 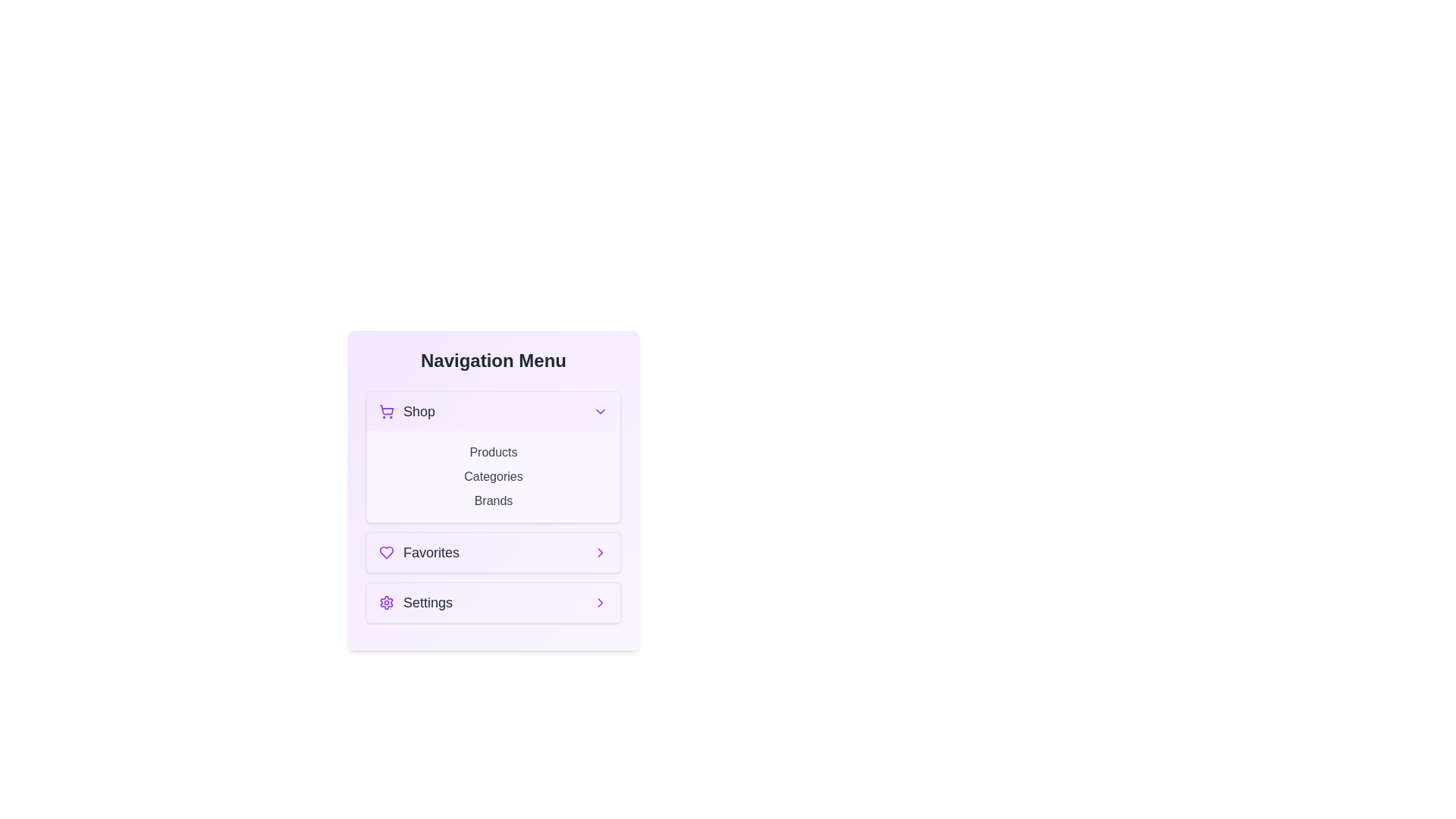 I want to click on the 'Settings' button, which is the last item in the navigation options, so click(x=494, y=601).